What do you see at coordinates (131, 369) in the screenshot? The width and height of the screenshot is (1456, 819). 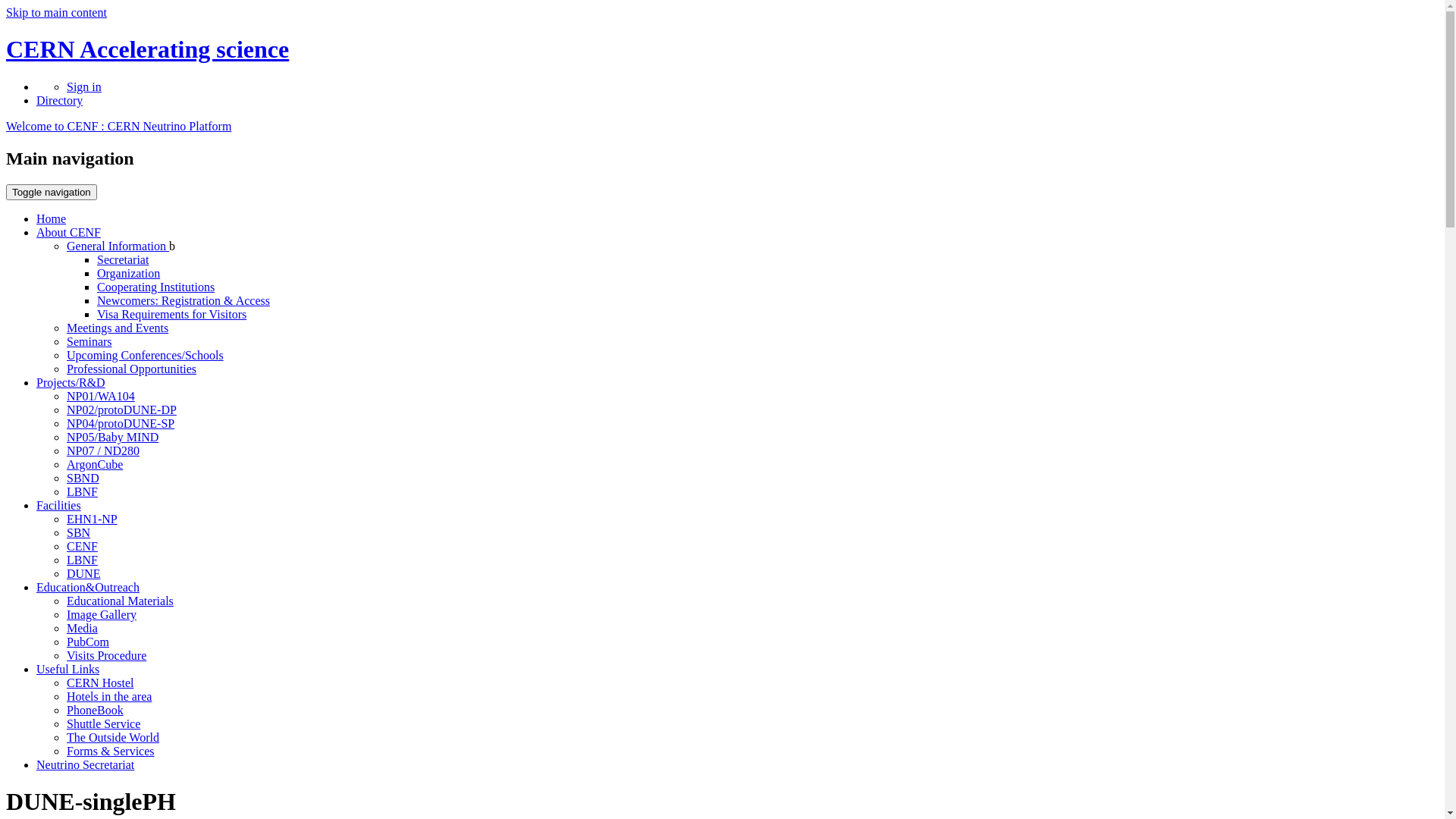 I see `'Professional Opportunities'` at bounding box center [131, 369].